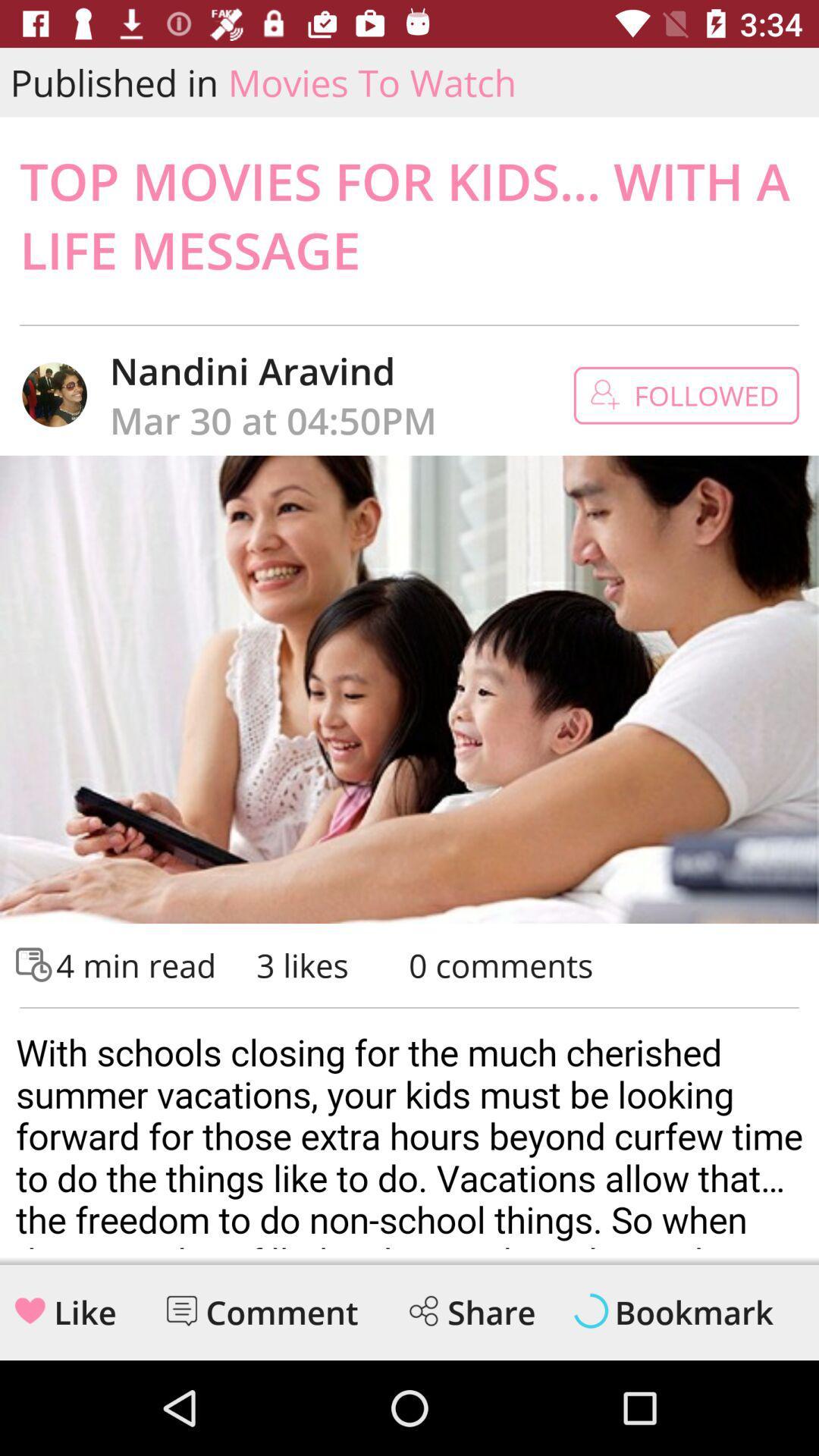 This screenshot has height=1456, width=819. Describe the element at coordinates (180, 1310) in the screenshot. I see `comment symbol` at that location.